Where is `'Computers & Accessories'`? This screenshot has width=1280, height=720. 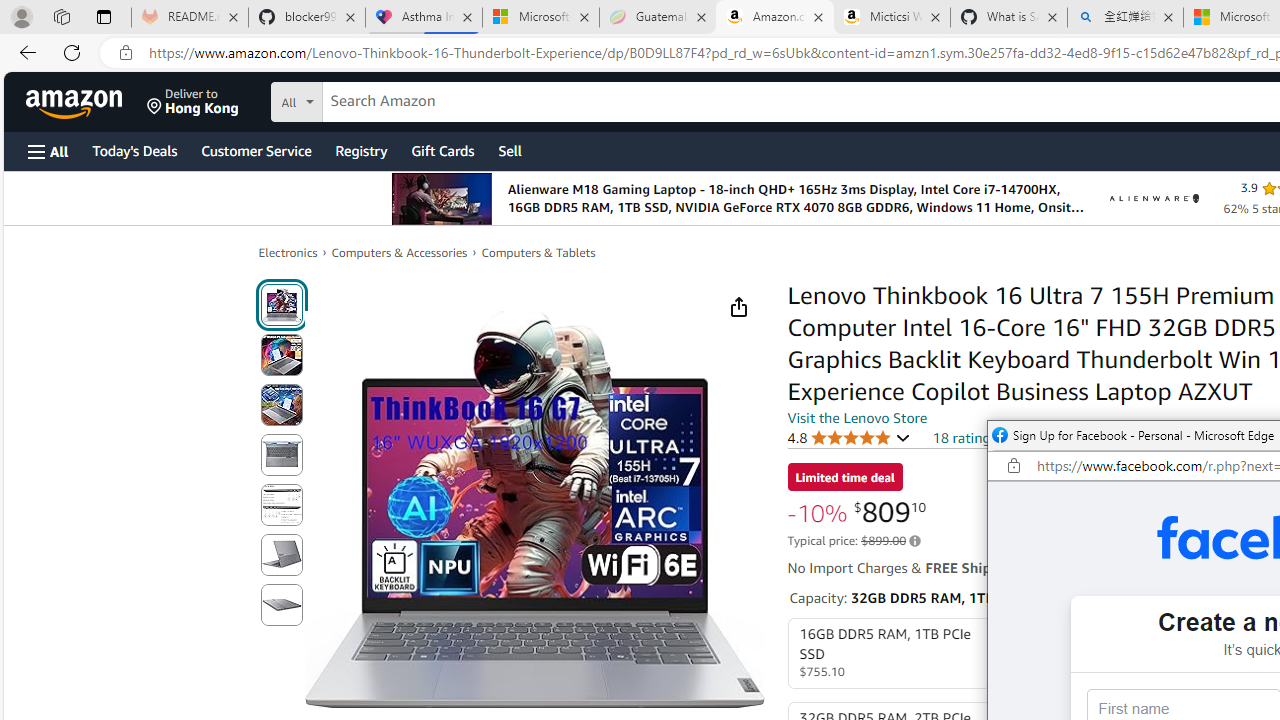
'Computers & Accessories' is located at coordinates (400, 251).